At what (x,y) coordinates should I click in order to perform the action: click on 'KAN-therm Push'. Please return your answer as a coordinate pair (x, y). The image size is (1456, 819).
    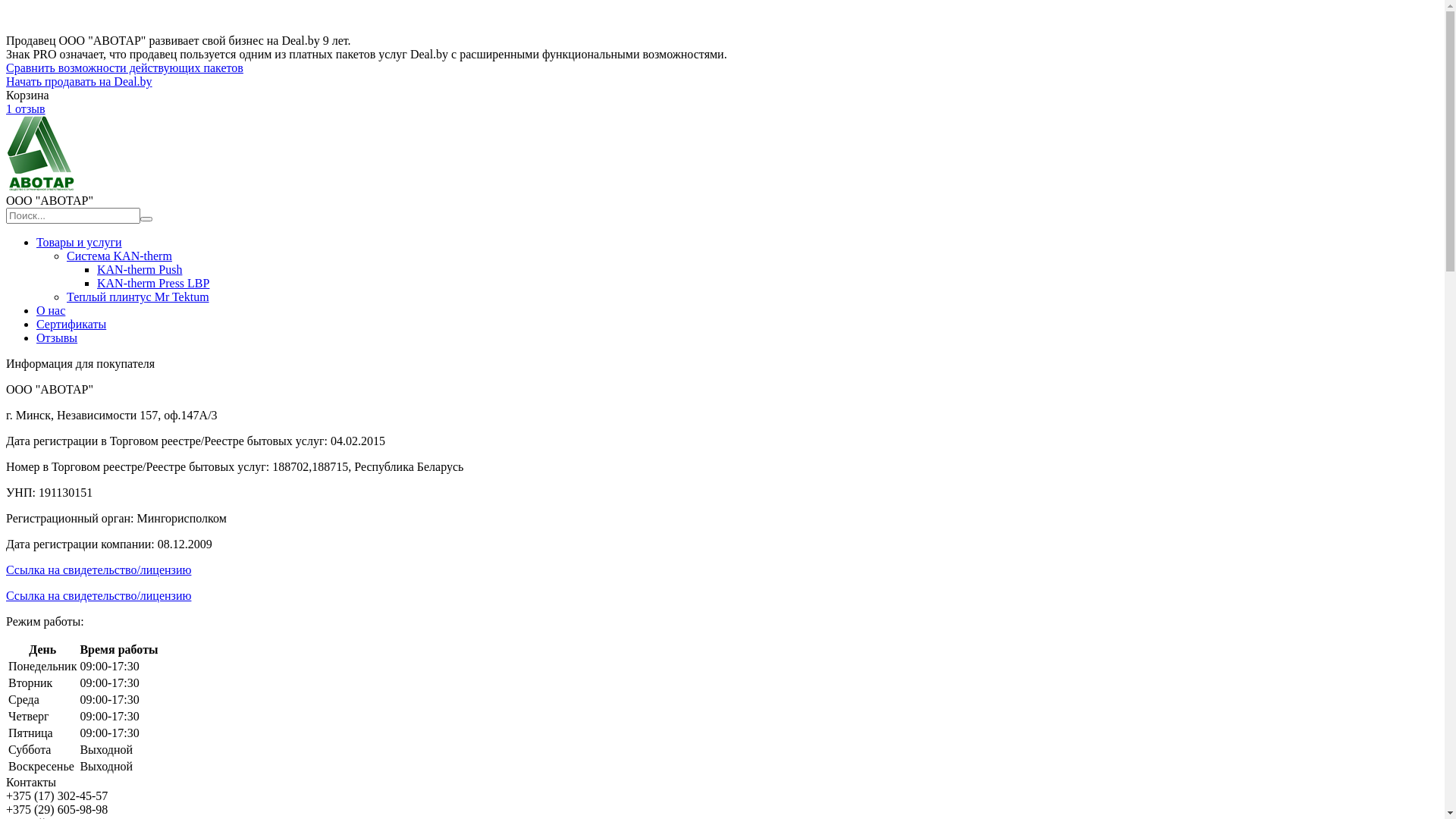
    Looking at the image, I should click on (139, 268).